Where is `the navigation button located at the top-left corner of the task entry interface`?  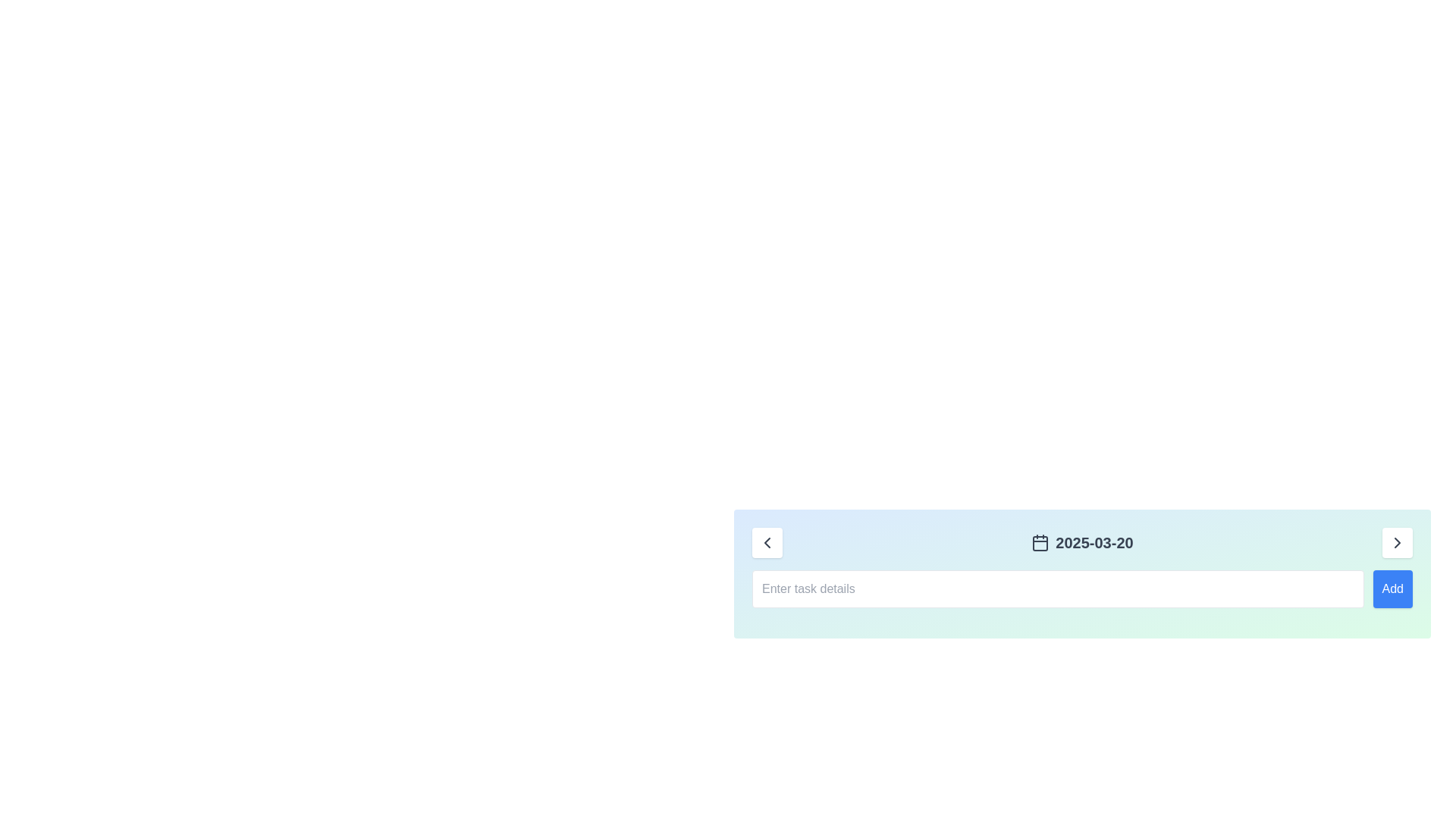
the navigation button located at the top-left corner of the task entry interface is located at coordinates (767, 542).